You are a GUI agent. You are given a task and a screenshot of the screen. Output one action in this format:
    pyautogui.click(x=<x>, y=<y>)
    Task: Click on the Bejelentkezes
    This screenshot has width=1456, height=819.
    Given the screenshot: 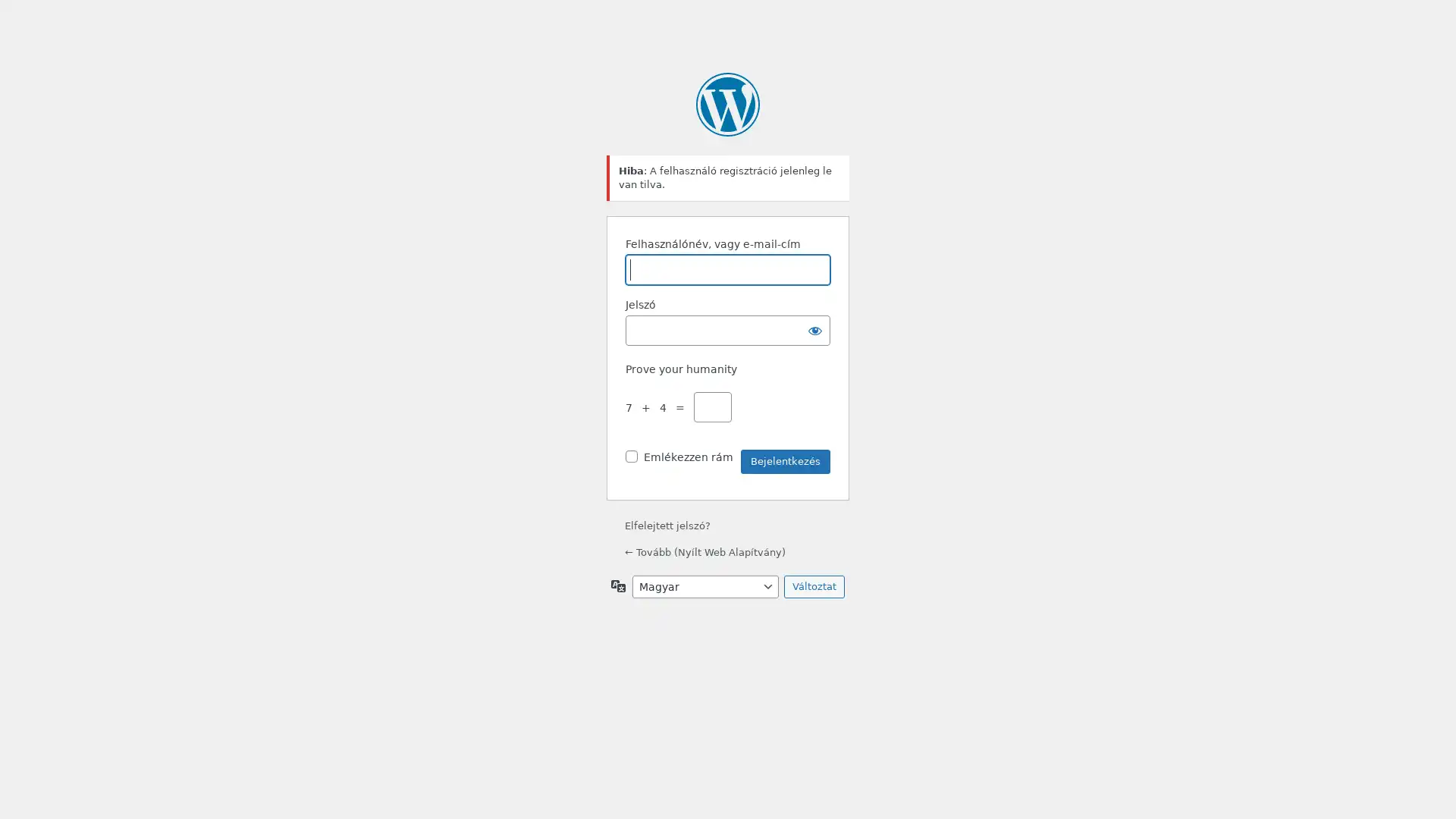 What is the action you would take?
    pyautogui.click(x=786, y=460)
    